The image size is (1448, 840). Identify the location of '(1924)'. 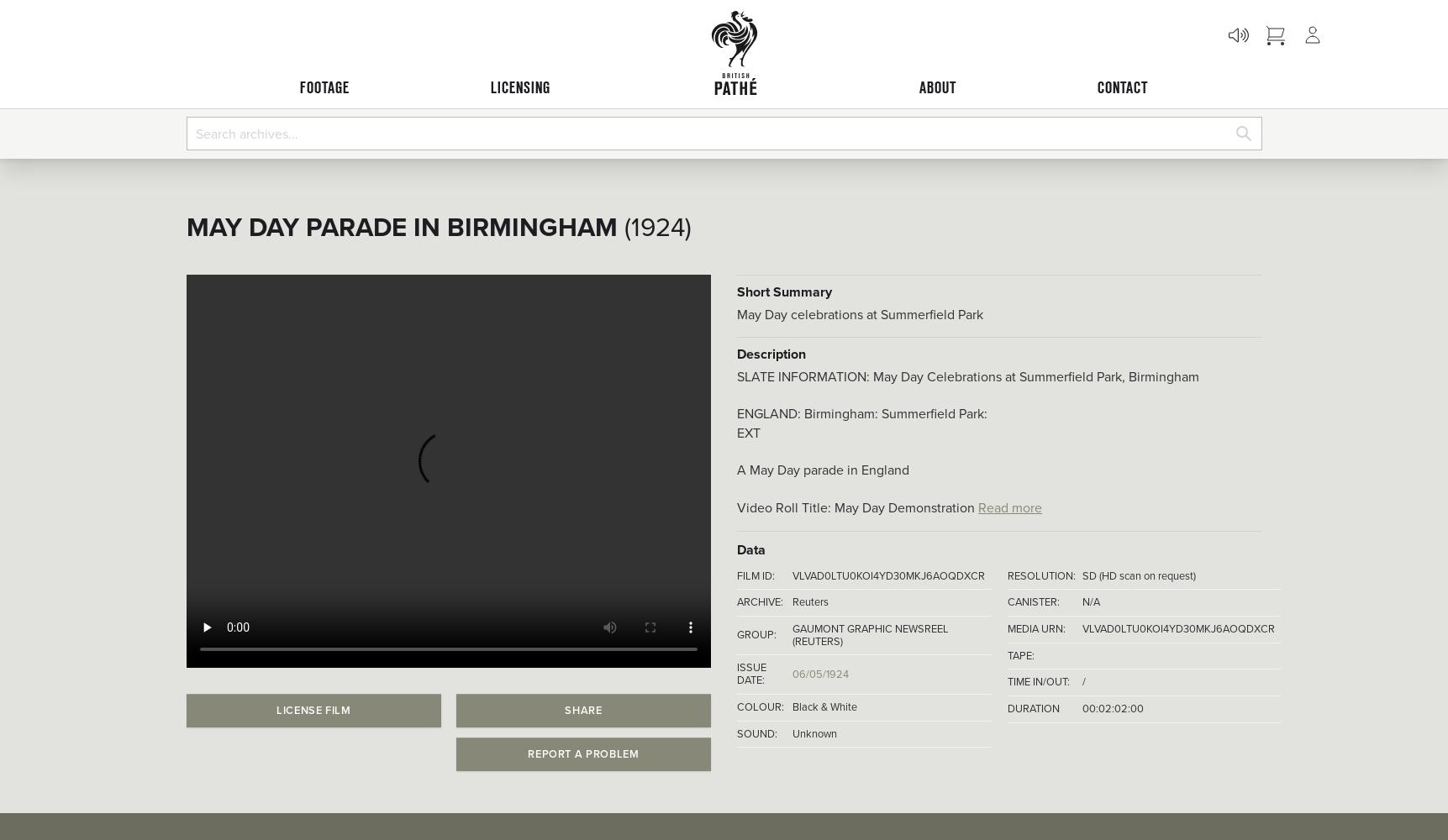
(656, 227).